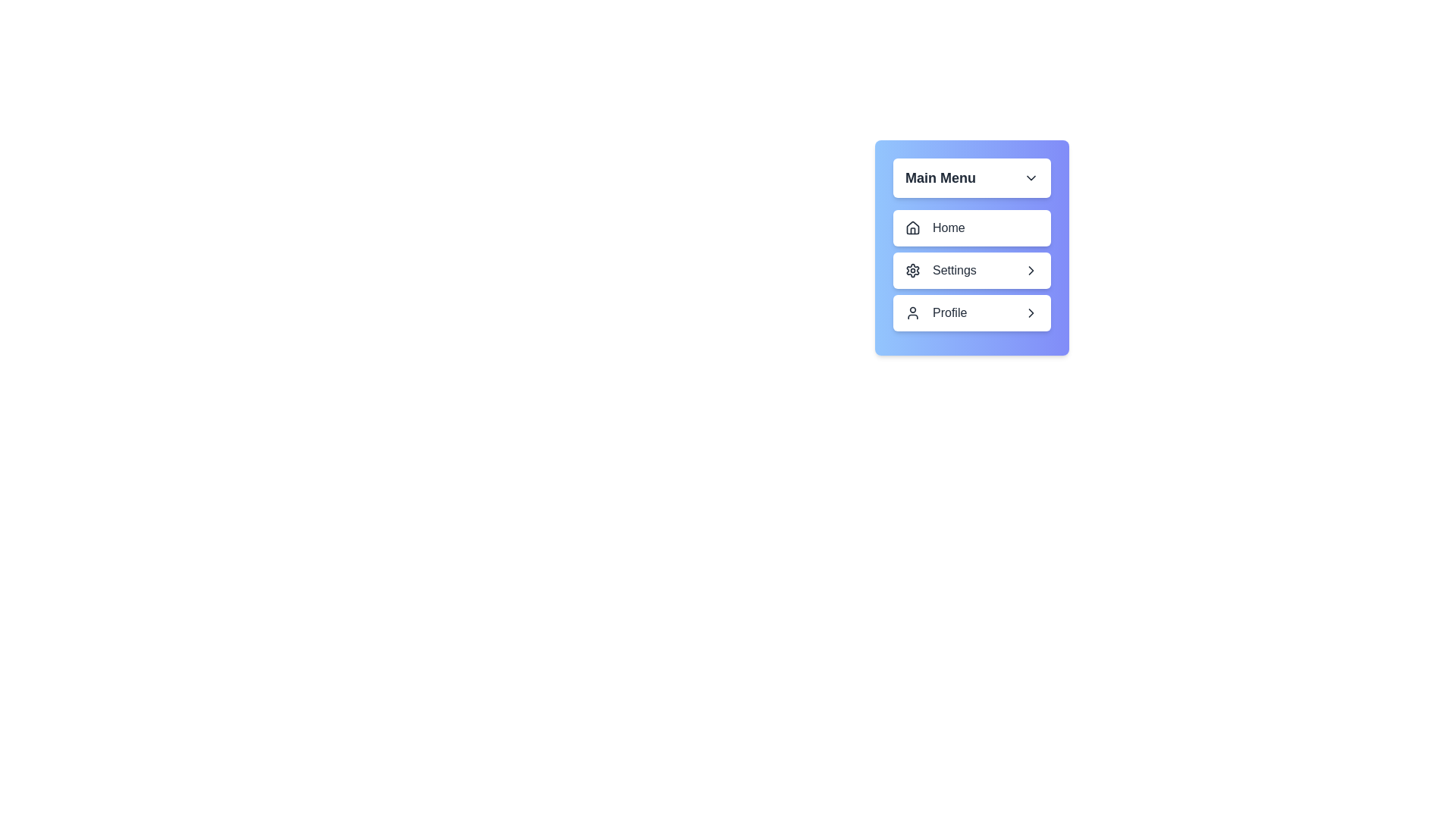  What do you see at coordinates (971, 312) in the screenshot?
I see `the submenu option Edit Profile under the menu item Profile` at bounding box center [971, 312].